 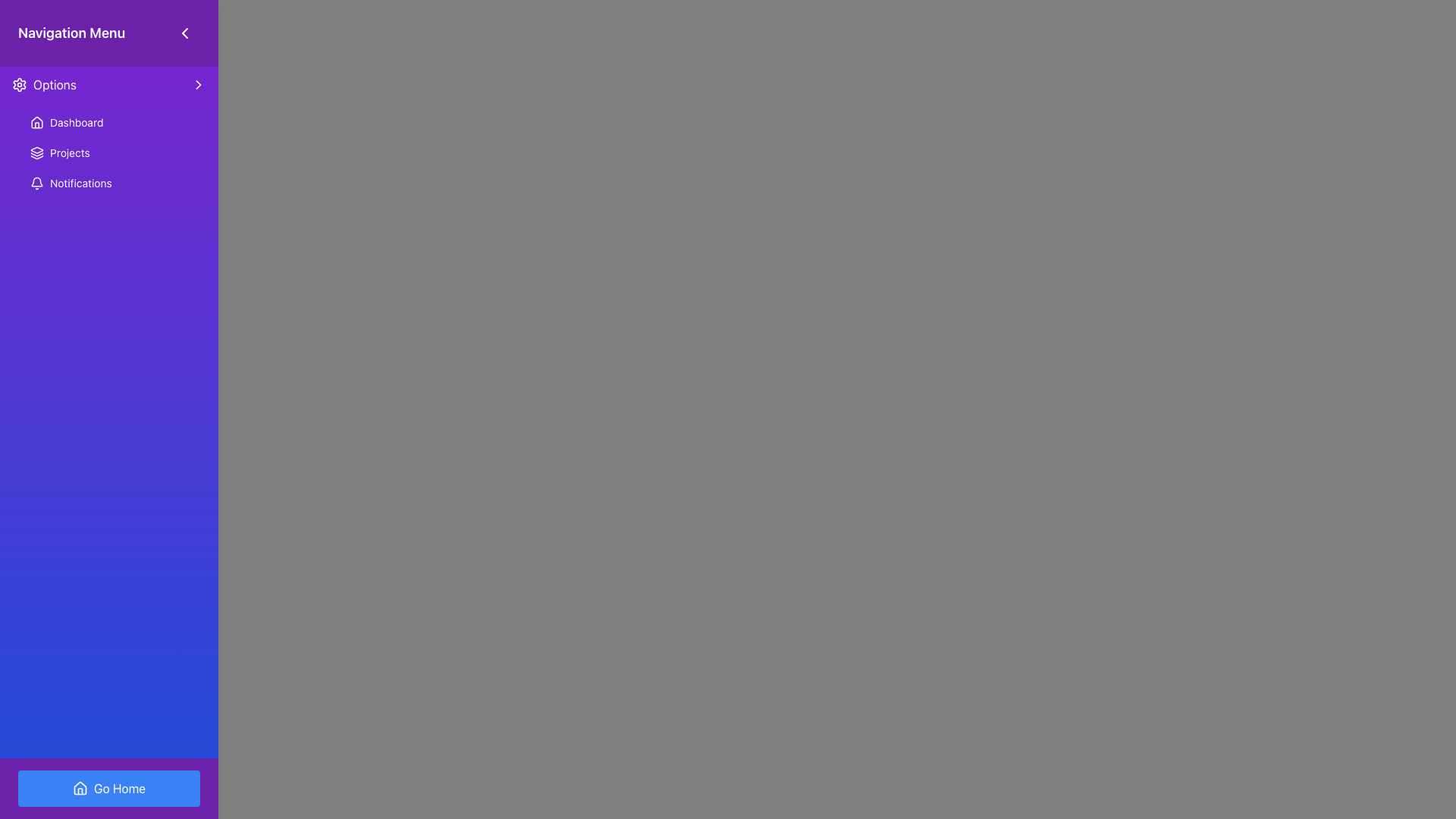 What do you see at coordinates (79, 788) in the screenshot?
I see `the 'home' icon located within the 'Go Home' button at the lower middle section of the interface` at bounding box center [79, 788].